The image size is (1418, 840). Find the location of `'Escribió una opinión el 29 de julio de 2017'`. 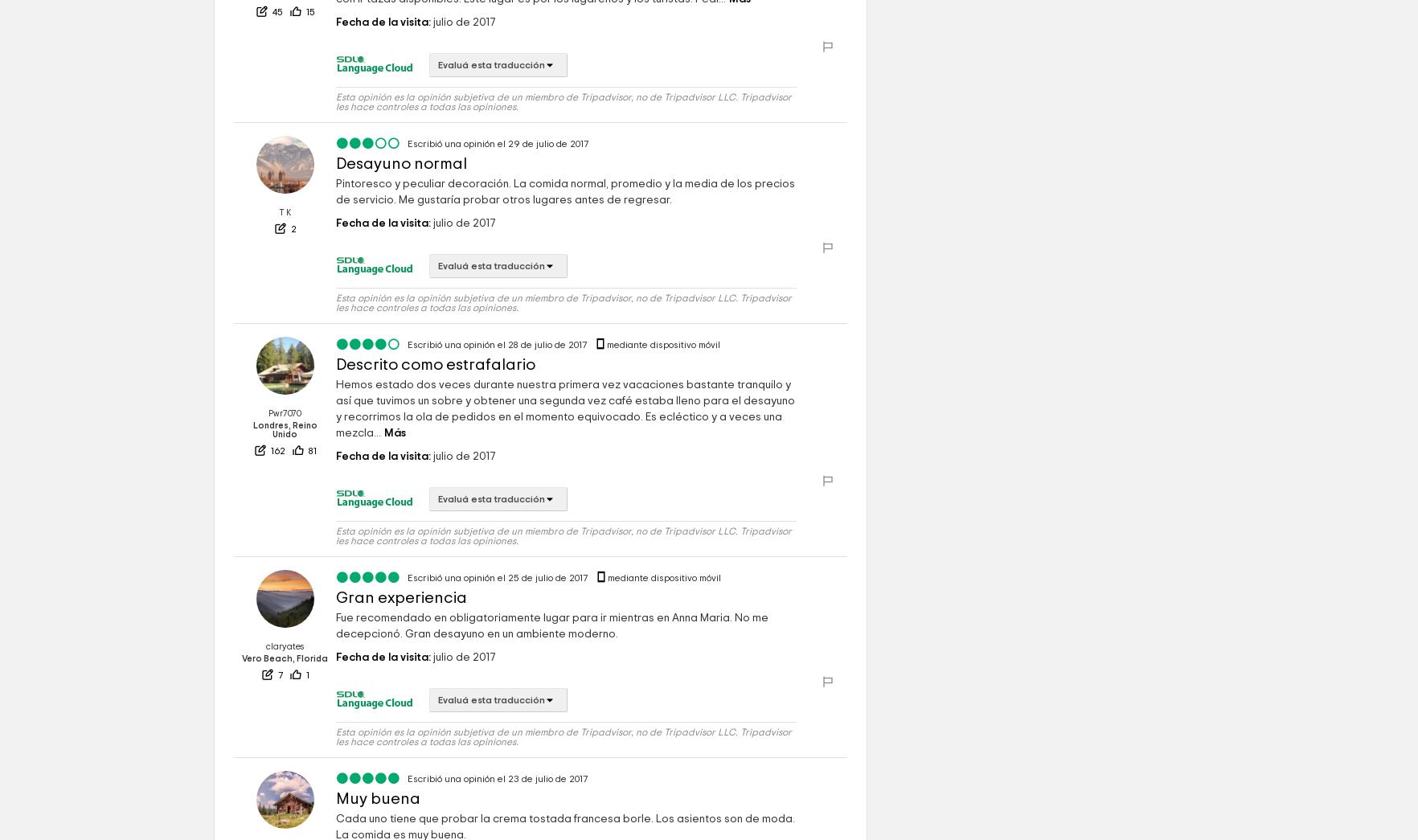

'Escribió una opinión el 29 de julio de 2017' is located at coordinates (498, 144).